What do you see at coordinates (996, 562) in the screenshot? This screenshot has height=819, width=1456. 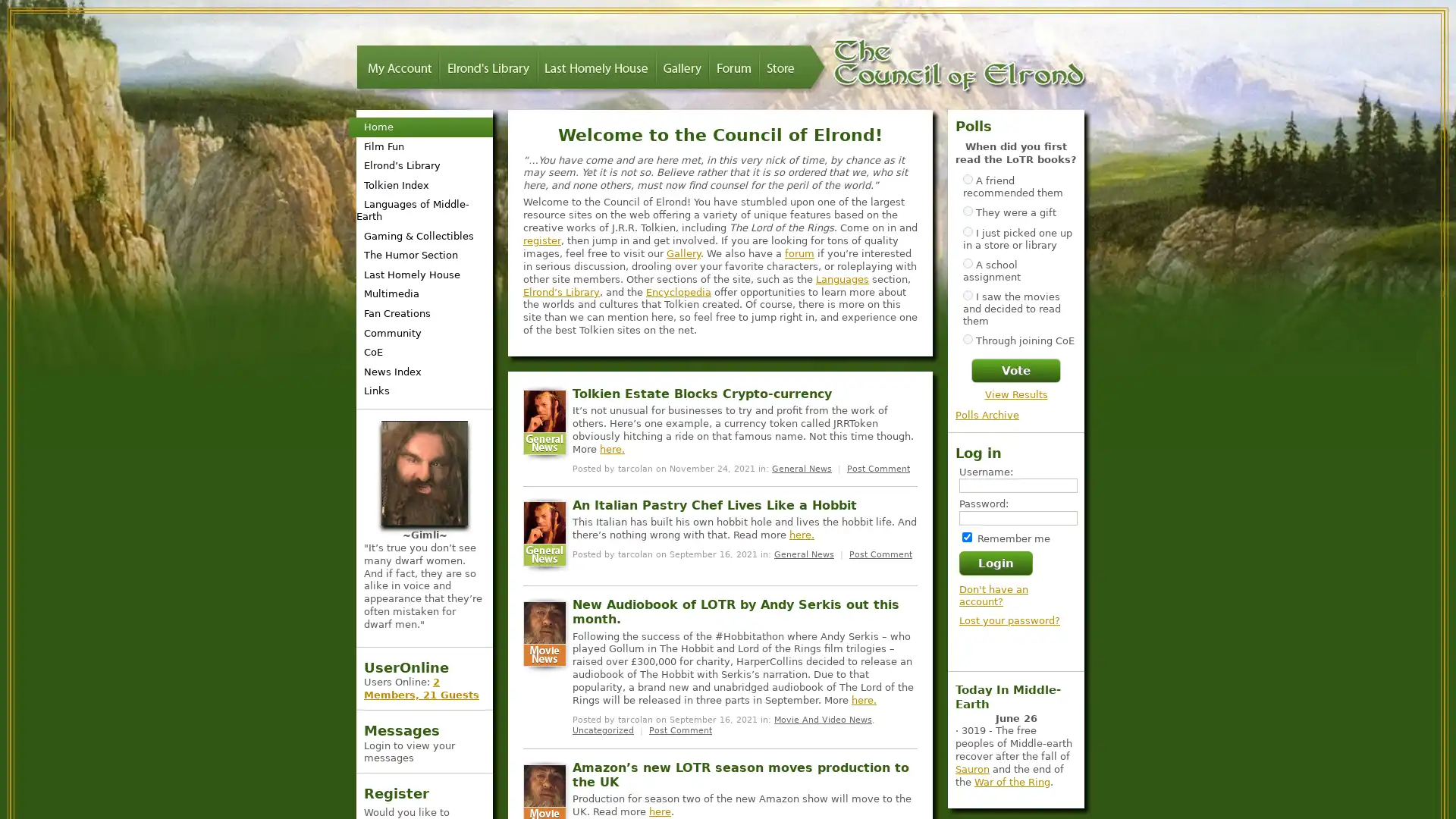 I see `Login` at bounding box center [996, 562].